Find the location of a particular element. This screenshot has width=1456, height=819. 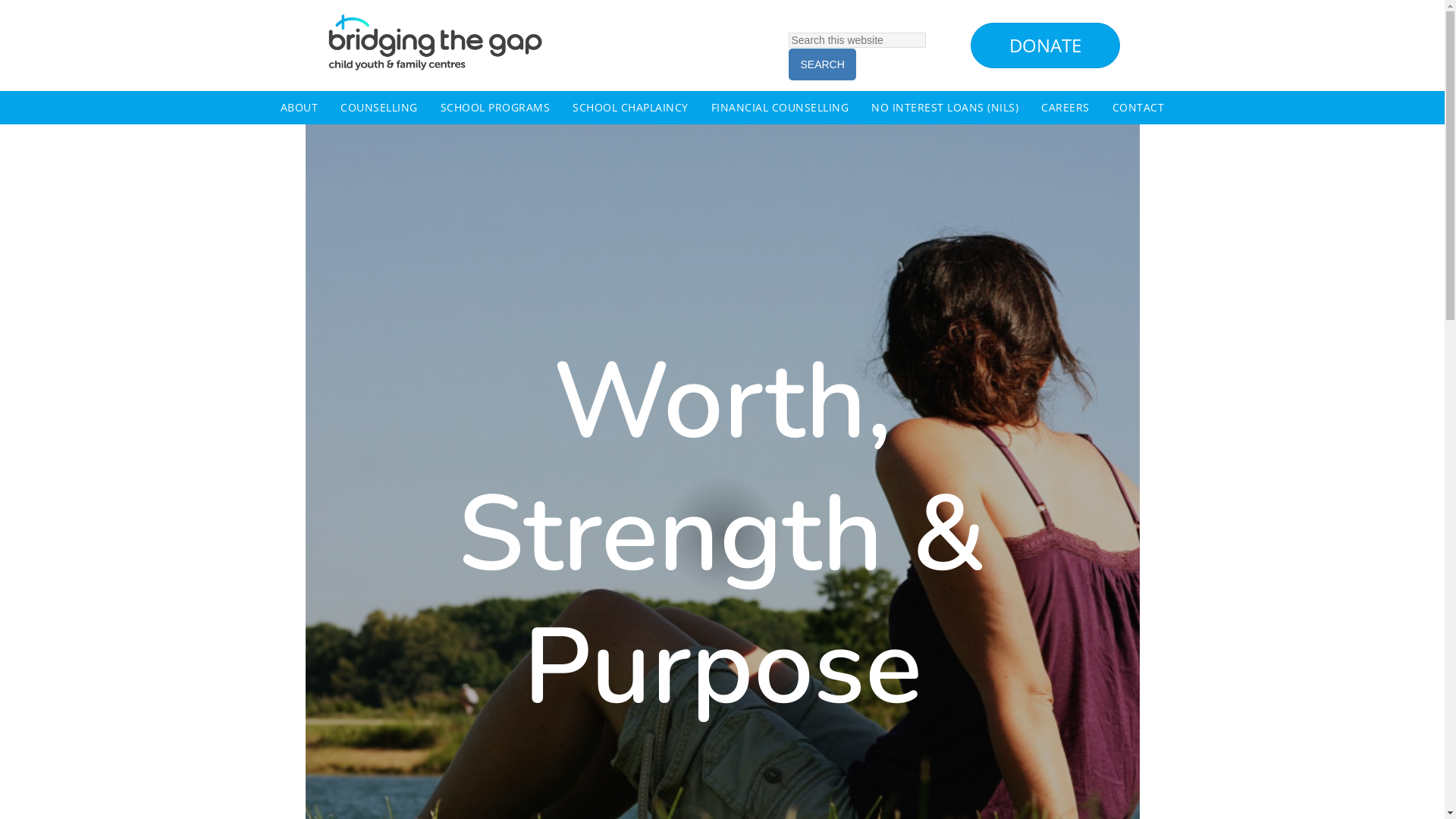

'DONATE' is located at coordinates (1044, 45).